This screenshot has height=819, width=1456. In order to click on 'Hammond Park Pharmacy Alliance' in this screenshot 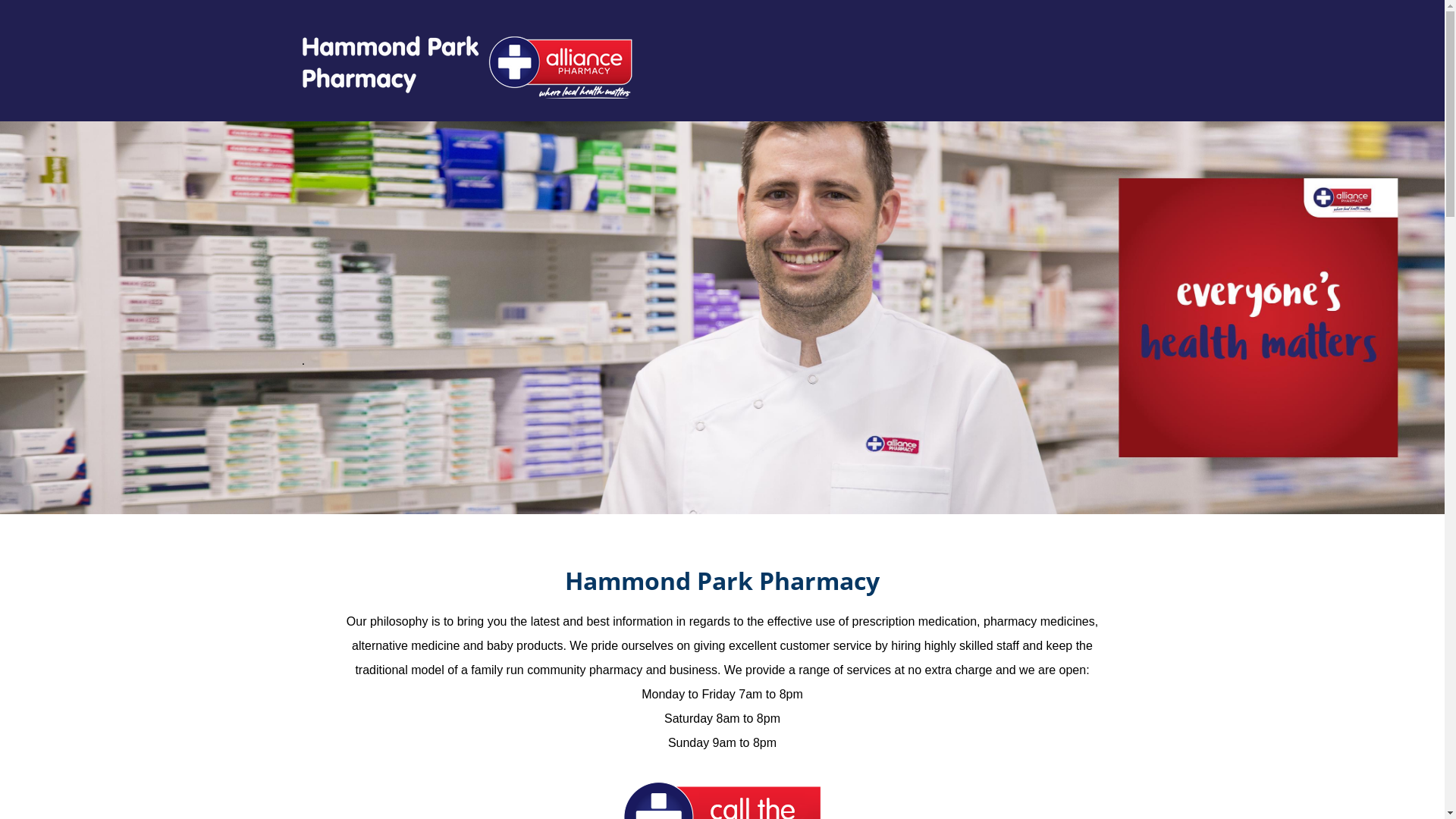, I will do `click(464, 66)`.